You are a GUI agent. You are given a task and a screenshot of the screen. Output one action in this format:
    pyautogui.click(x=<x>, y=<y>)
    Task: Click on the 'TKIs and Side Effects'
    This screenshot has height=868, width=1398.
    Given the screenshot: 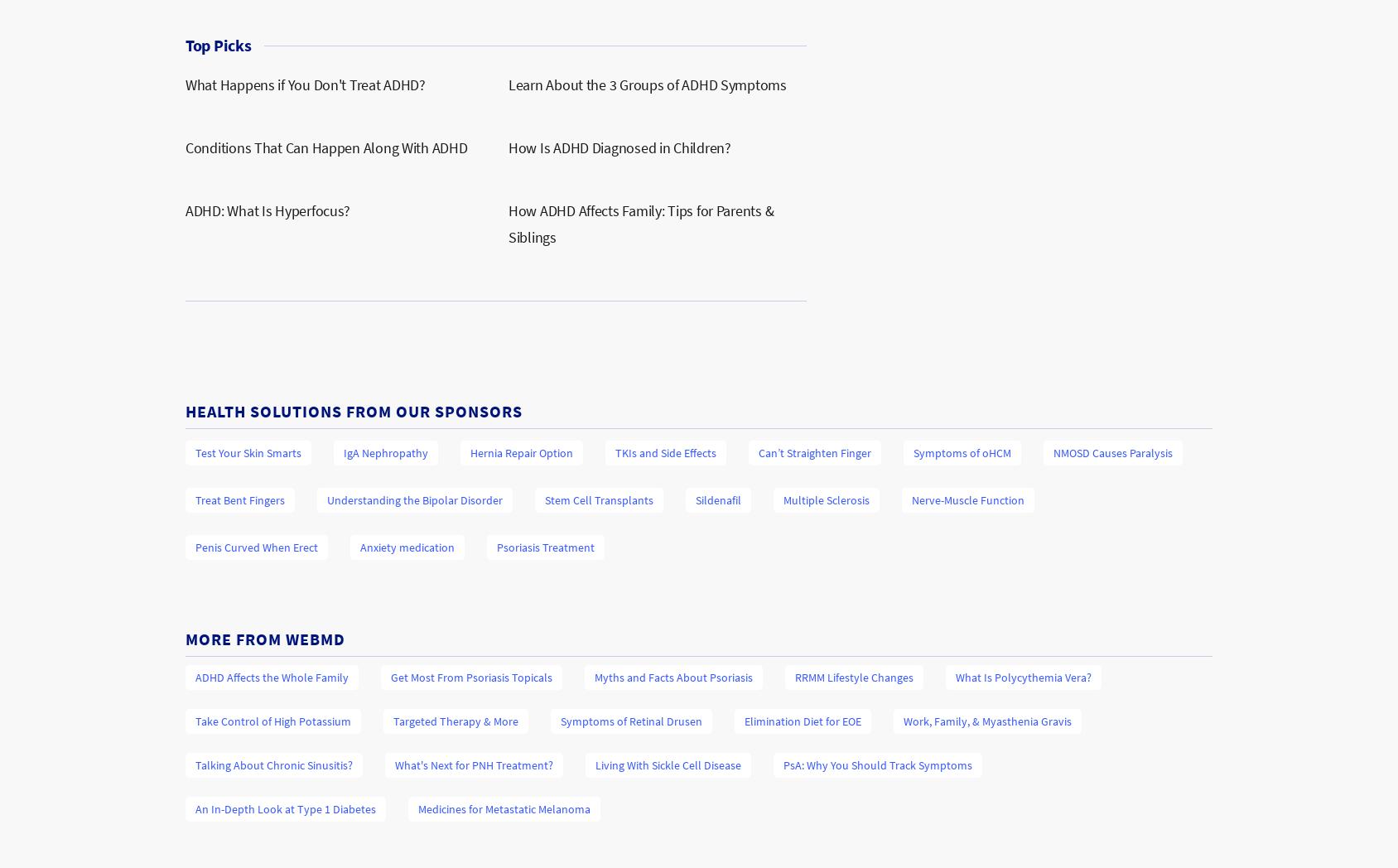 What is the action you would take?
    pyautogui.click(x=615, y=451)
    